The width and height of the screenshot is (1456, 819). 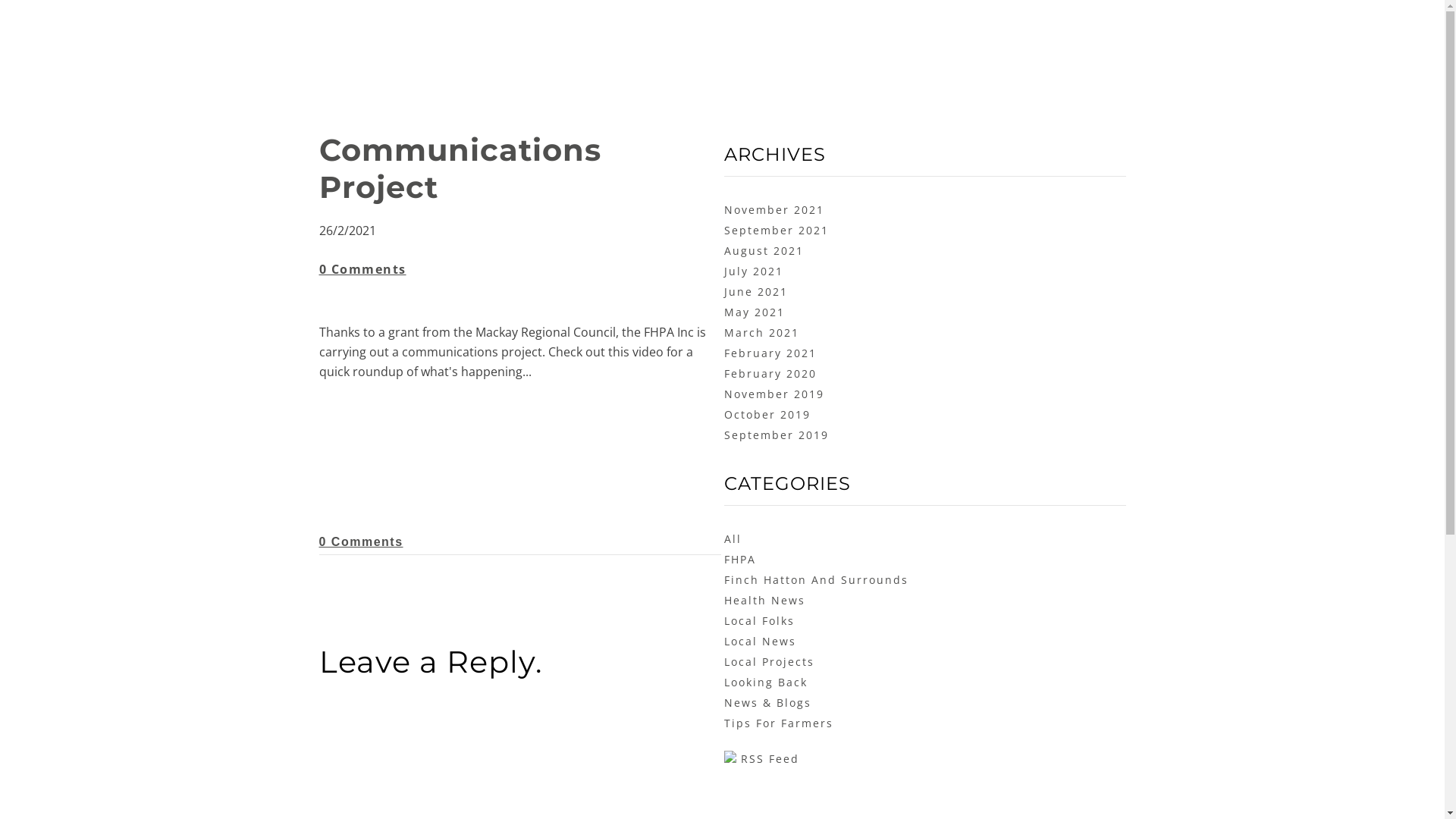 What do you see at coordinates (761, 331) in the screenshot?
I see `'March 2021'` at bounding box center [761, 331].